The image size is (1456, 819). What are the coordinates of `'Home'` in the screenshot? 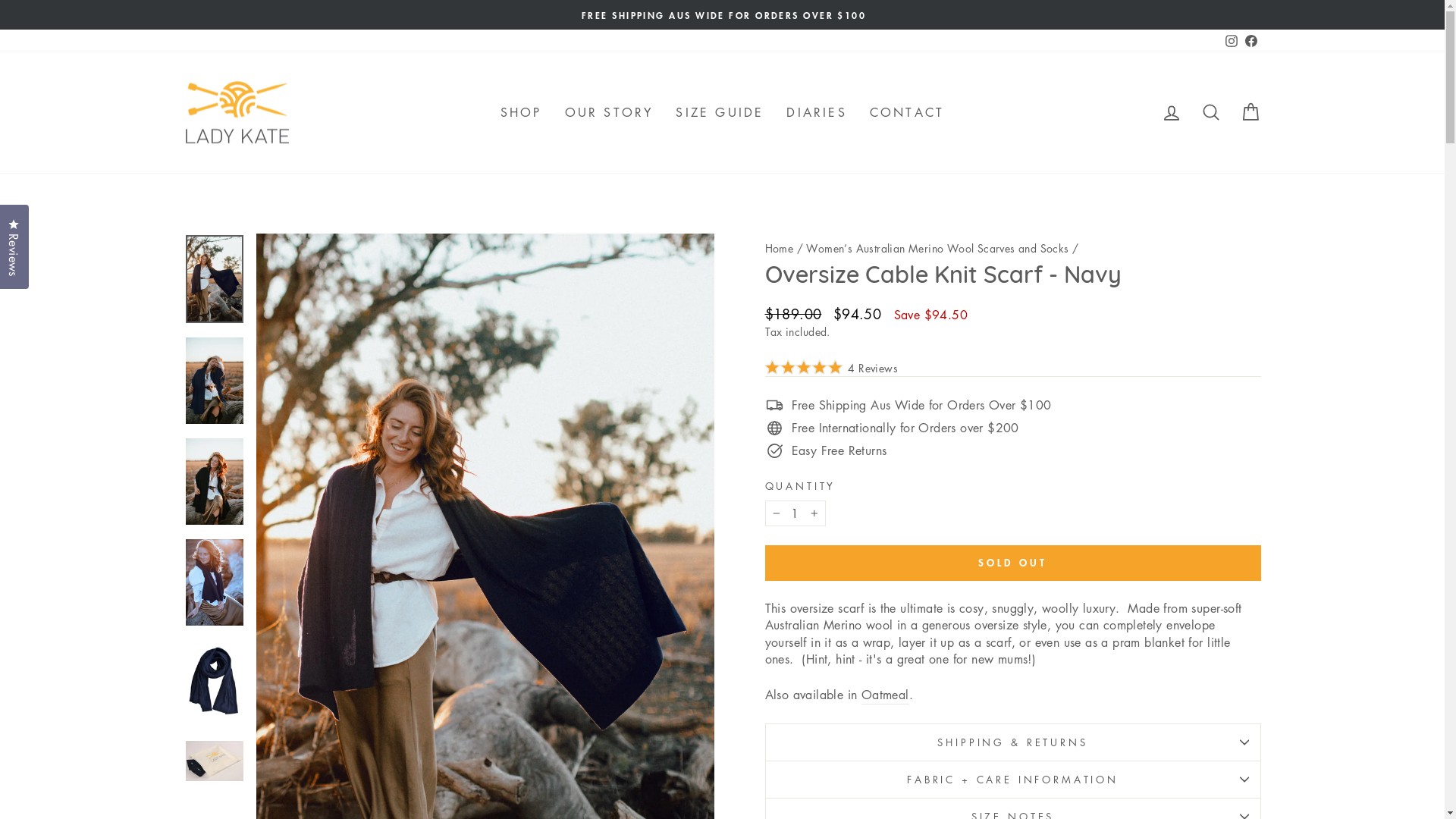 It's located at (779, 247).